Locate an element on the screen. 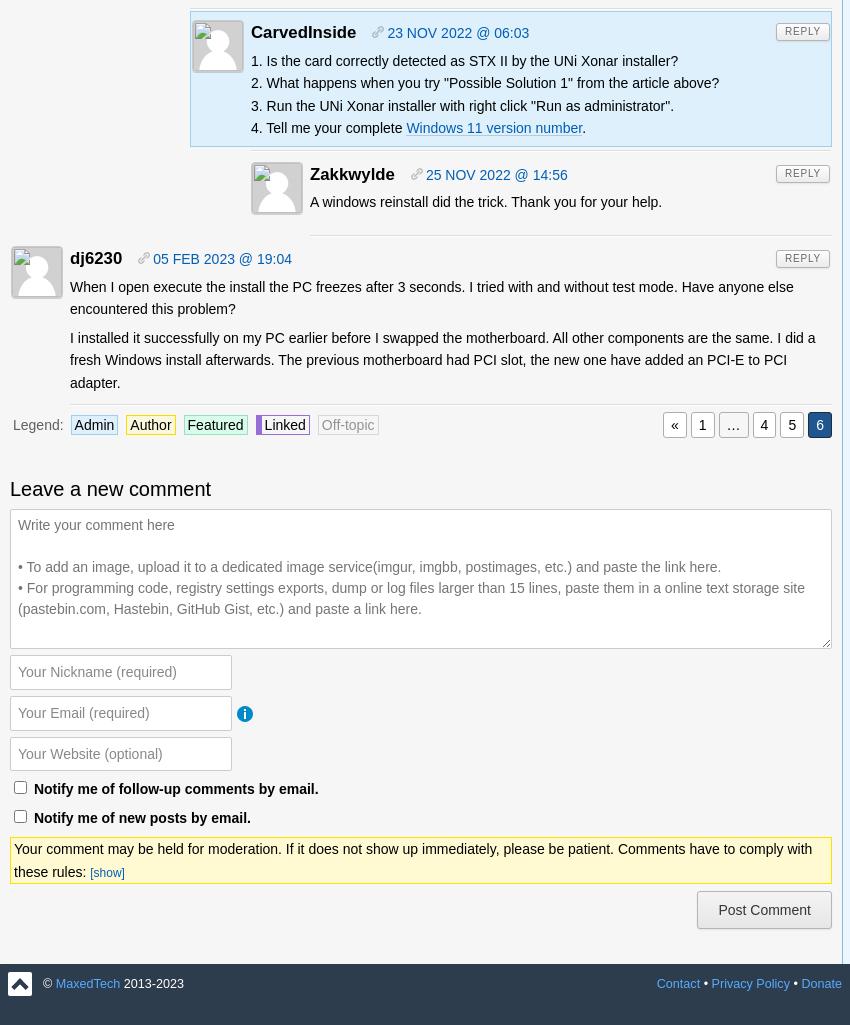 This screenshot has width=850, height=1025. 'Off-topic' is located at coordinates (346, 423).